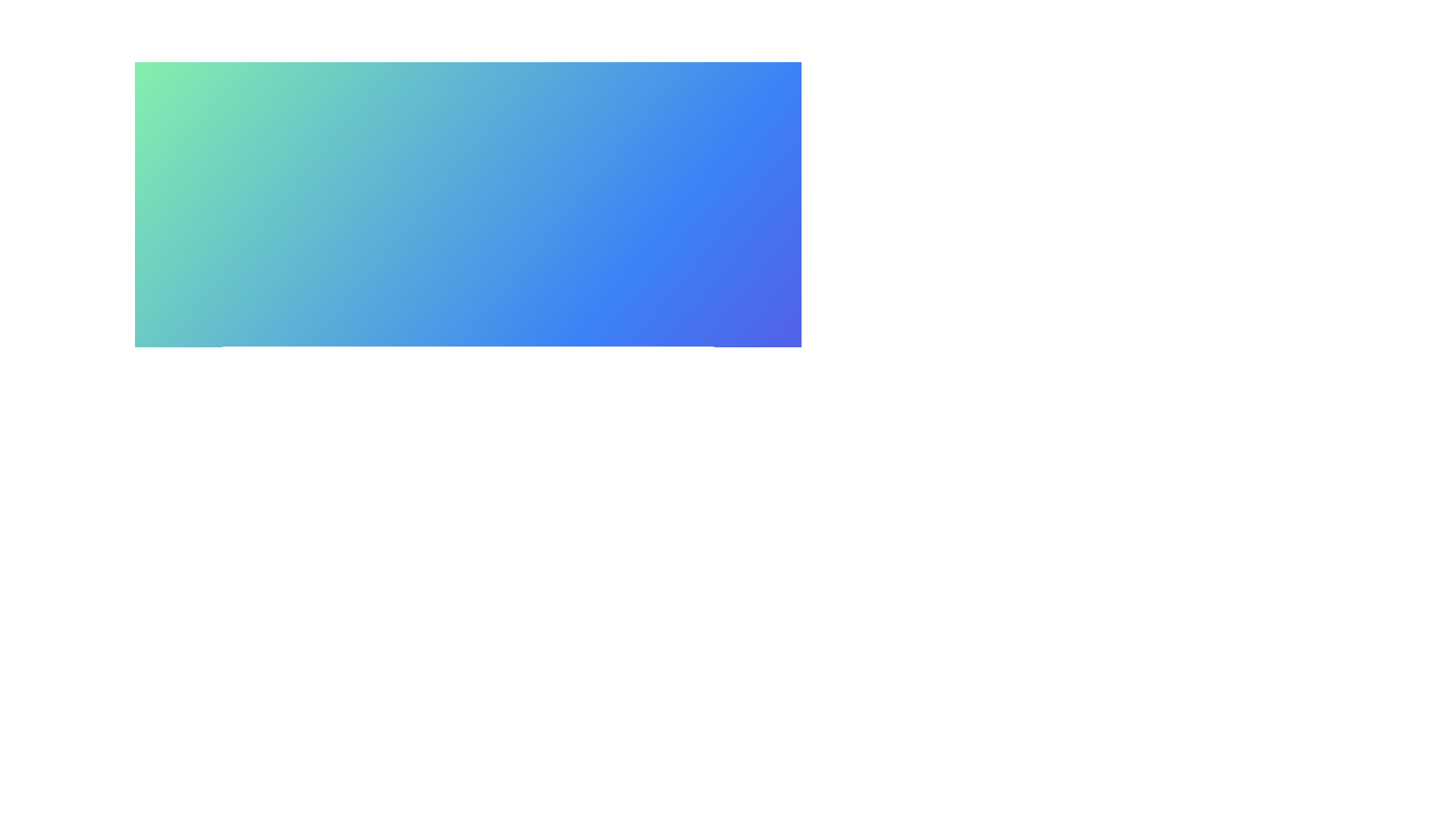  Describe the element at coordinates (290, 417) in the screenshot. I see `the icon representing the step 'Introduction'` at that location.